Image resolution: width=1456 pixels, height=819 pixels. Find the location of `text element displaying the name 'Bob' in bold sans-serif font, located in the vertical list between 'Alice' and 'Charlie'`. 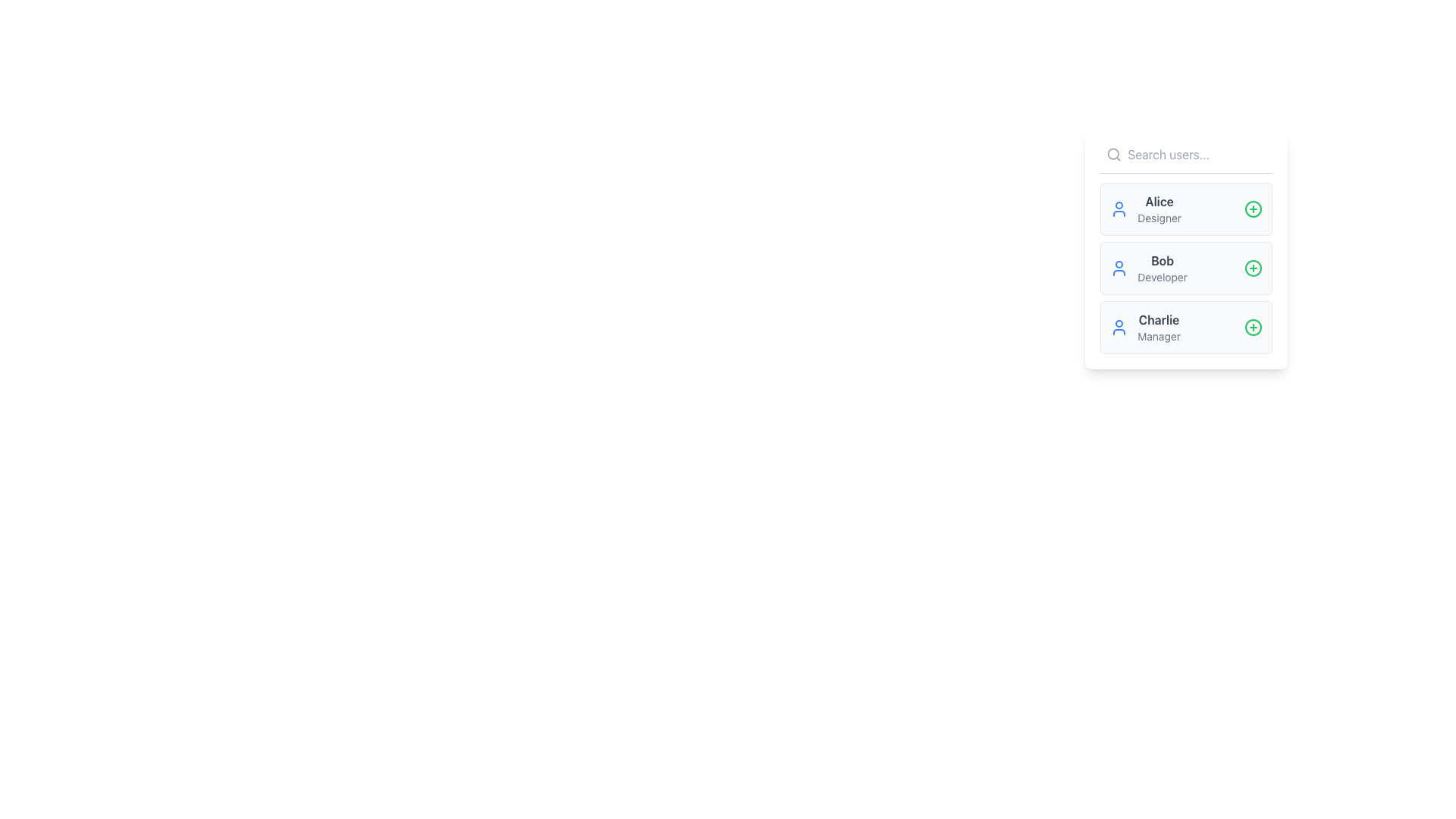

text element displaying the name 'Bob' in bold sans-serif font, located in the vertical list between 'Alice' and 'Charlie' is located at coordinates (1162, 259).